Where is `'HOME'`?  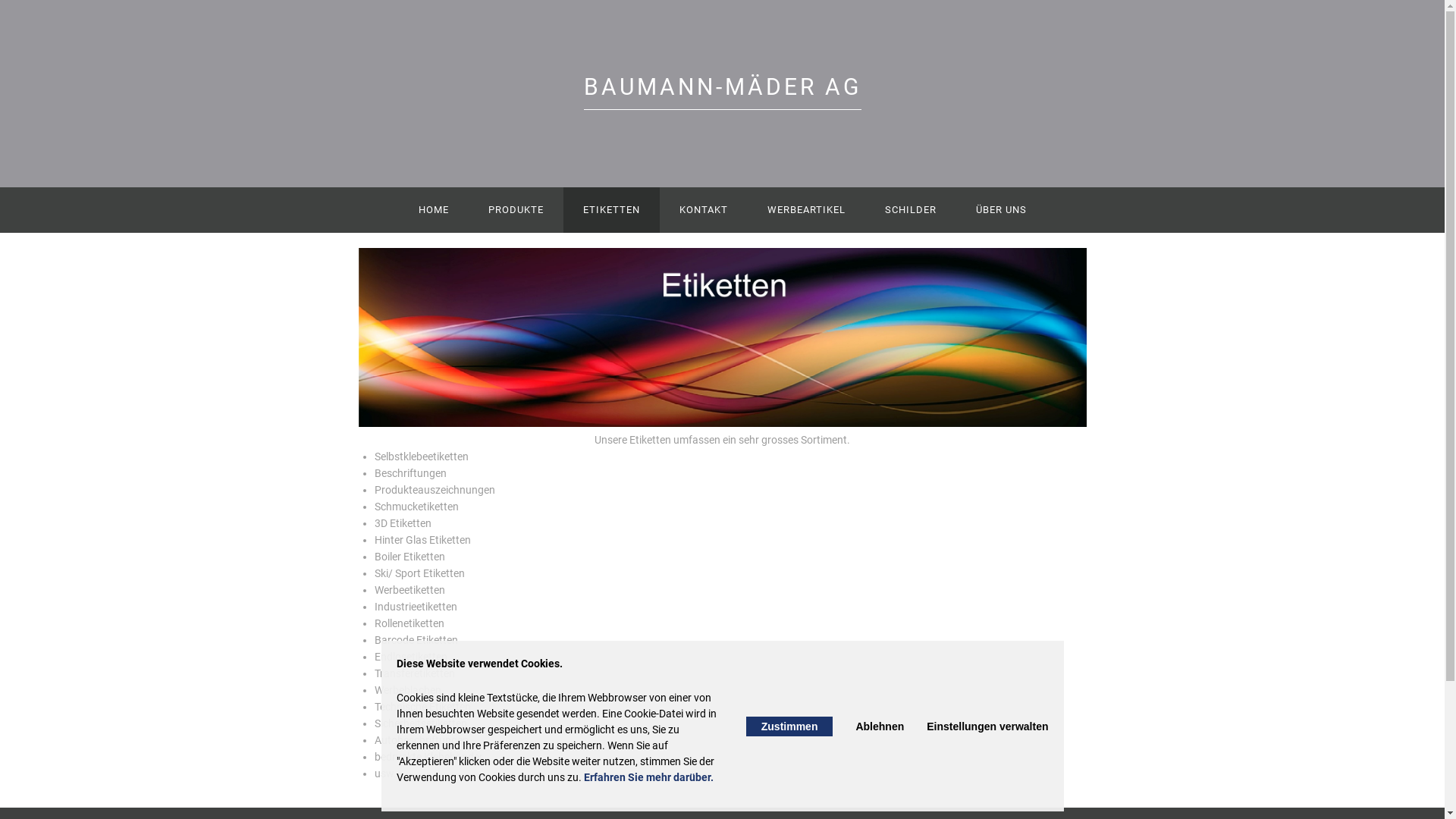 'HOME' is located at coordinates (399, 210).